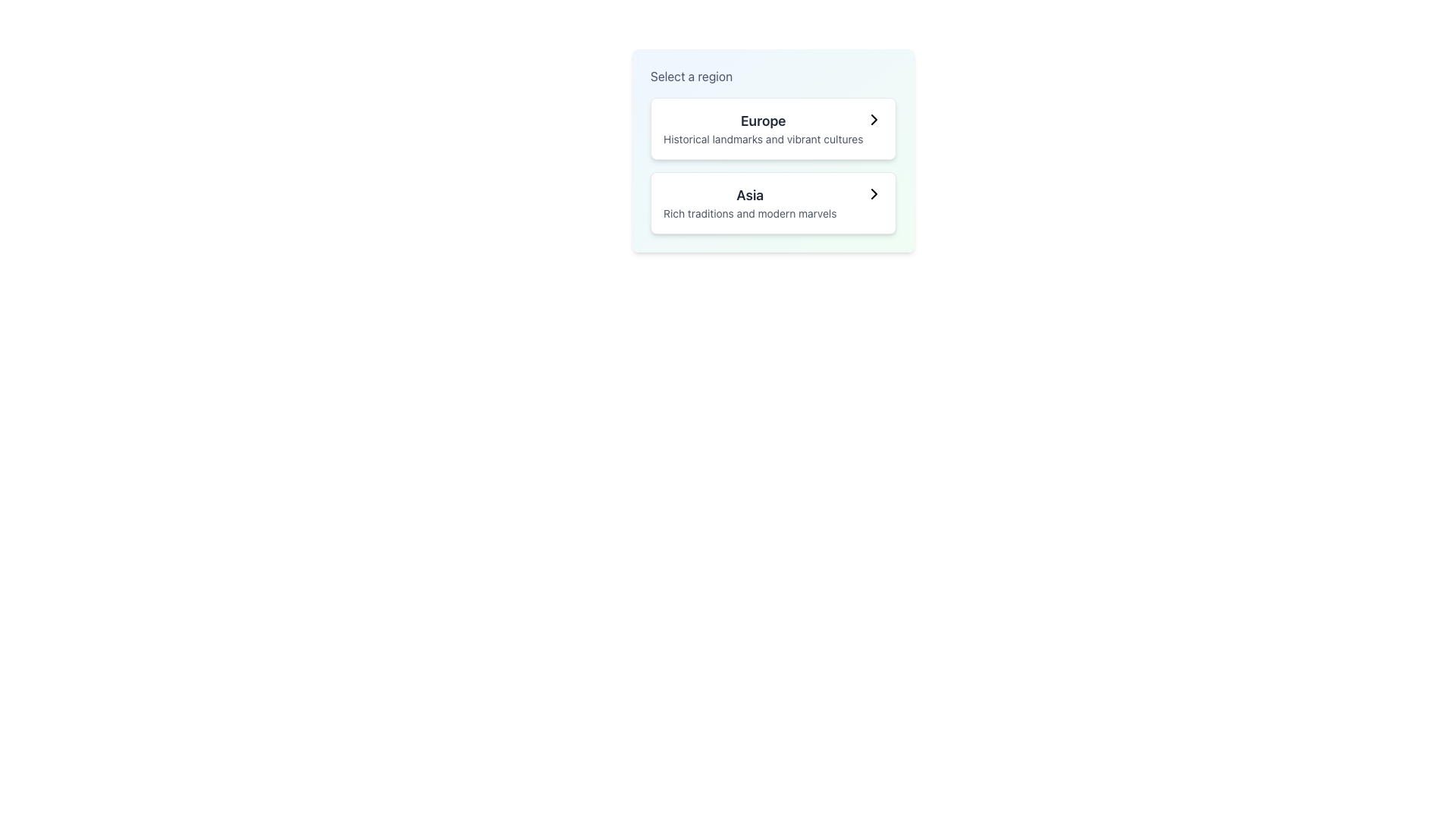 This screenshot has height=819, width=1456. I want to click on the descriptive subtitle text label providing additional information about the 'Europe' section, located below the heading 'Europe' within the selectable card region, so click(763, 140).